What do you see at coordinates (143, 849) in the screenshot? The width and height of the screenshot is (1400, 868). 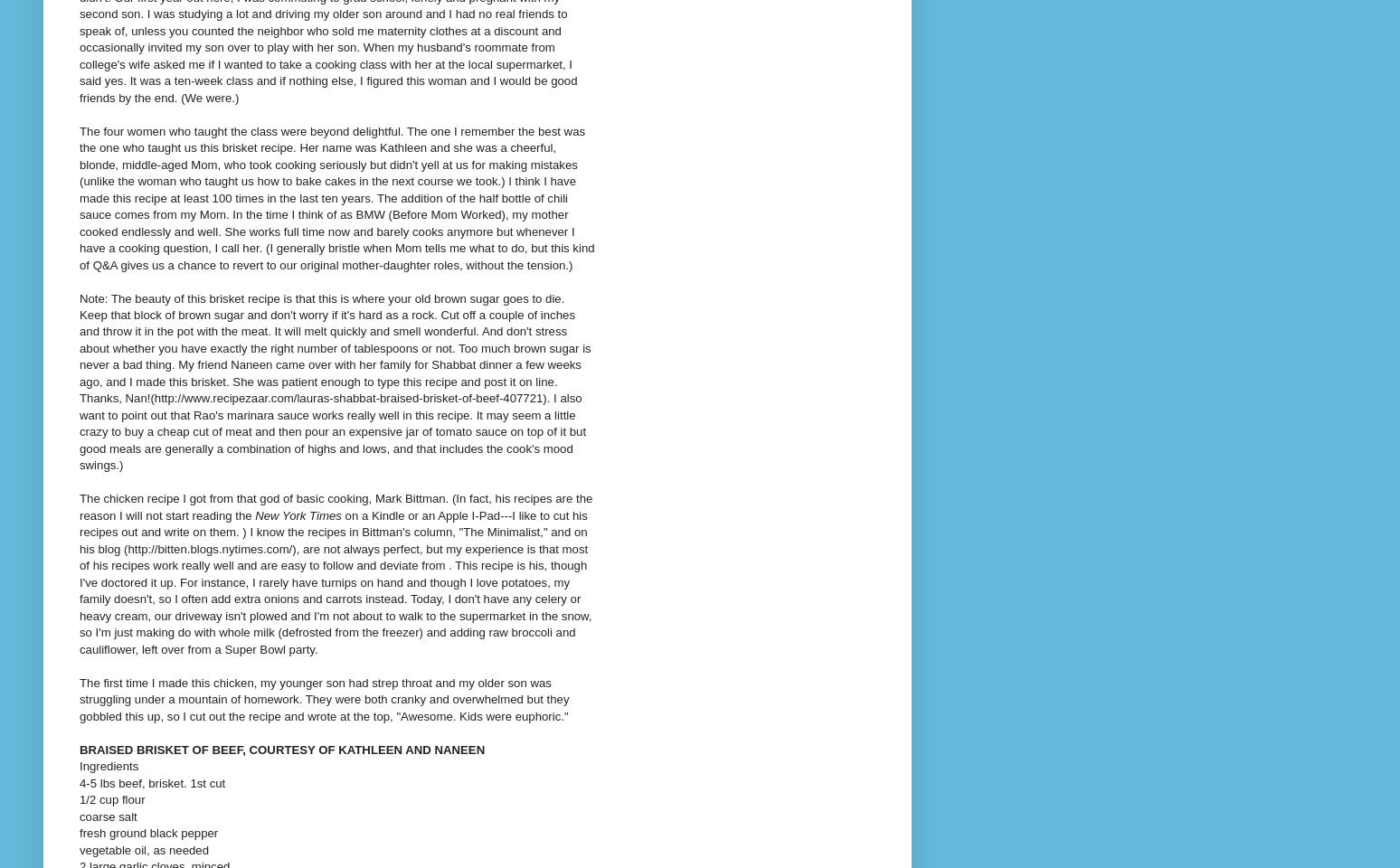 I see `'vegetable oil, as needed'` at bounding box center [143, 849].